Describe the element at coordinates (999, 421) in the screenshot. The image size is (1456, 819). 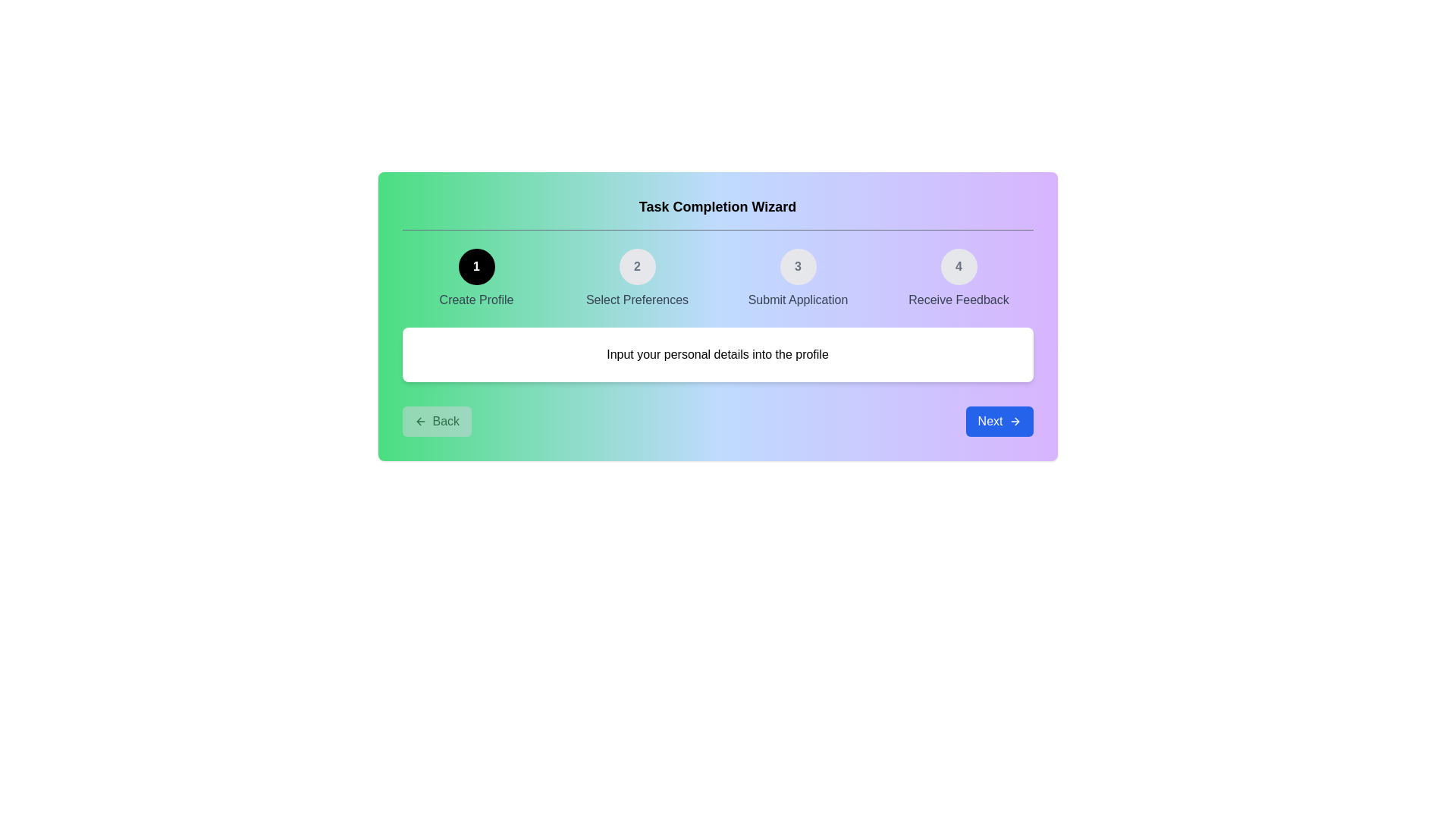
I see `the 'Next' button to proceed to the next stage` at that location.